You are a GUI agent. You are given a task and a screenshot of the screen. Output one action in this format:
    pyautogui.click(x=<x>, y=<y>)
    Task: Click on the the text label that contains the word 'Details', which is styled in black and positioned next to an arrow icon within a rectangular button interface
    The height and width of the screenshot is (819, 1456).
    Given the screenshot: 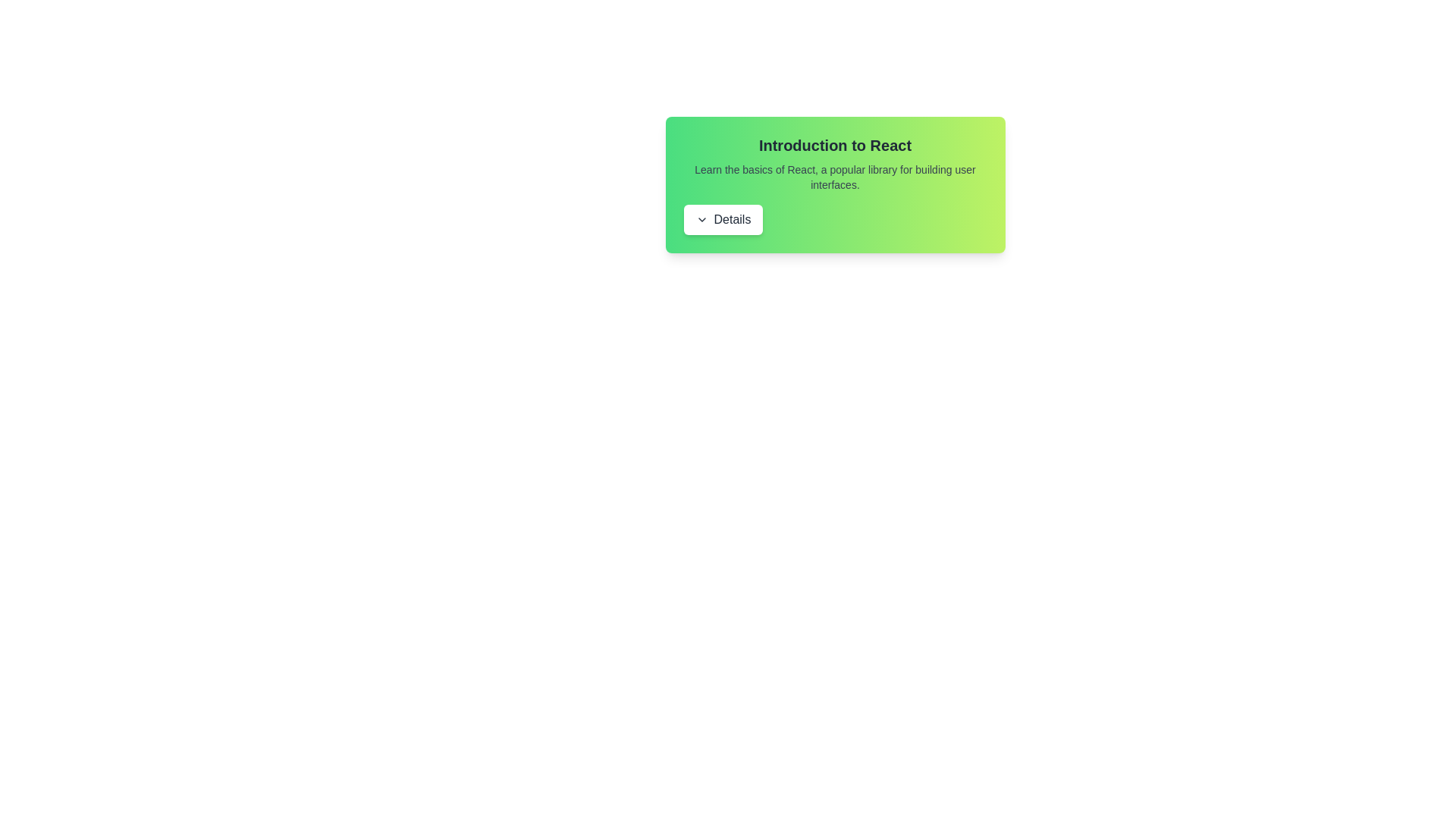 What is the action you would take?
    pyautogui.click(x=732, y=219)
    